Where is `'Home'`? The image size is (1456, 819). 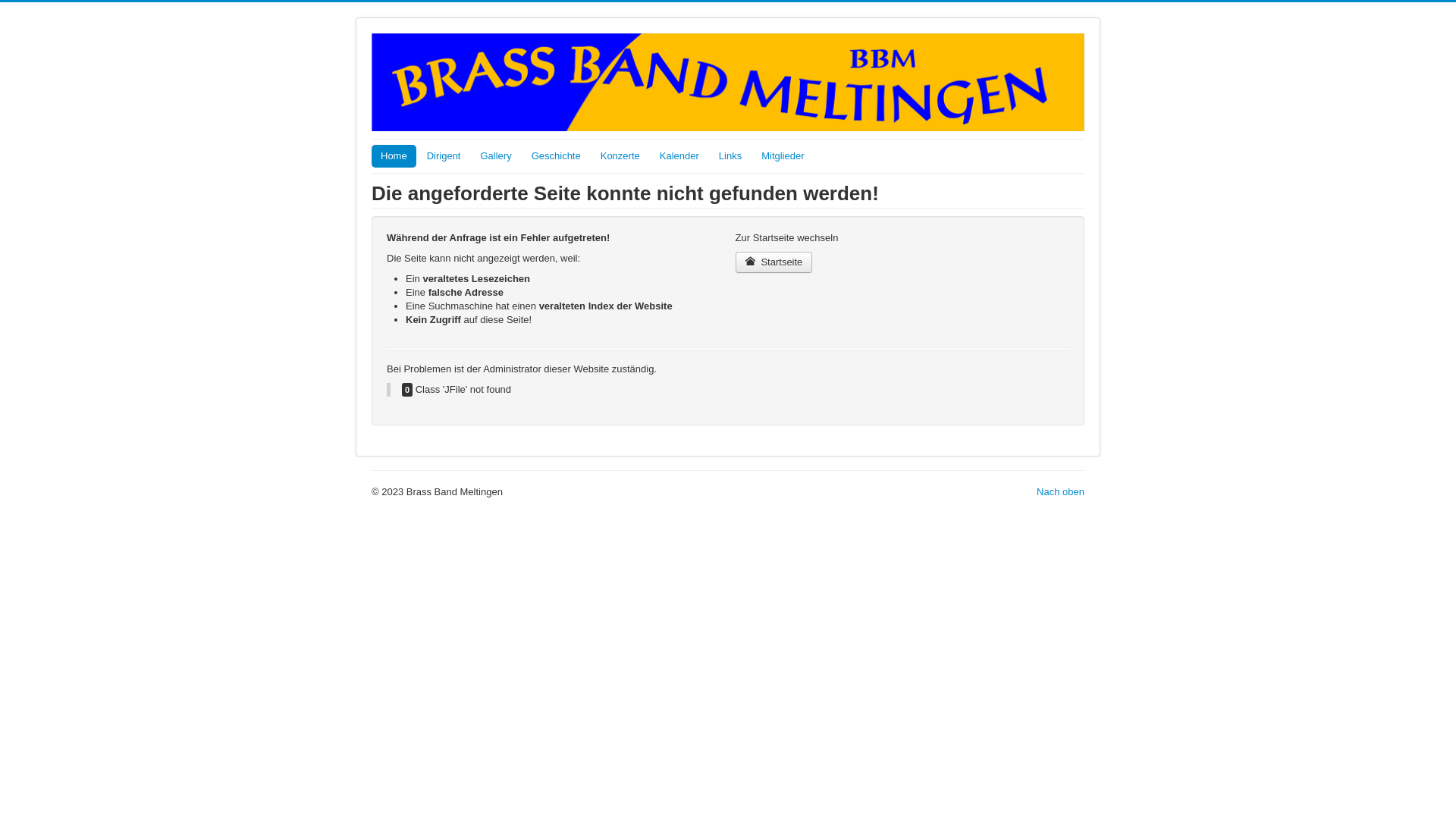
'Home' is located at coordinates (394, 155).